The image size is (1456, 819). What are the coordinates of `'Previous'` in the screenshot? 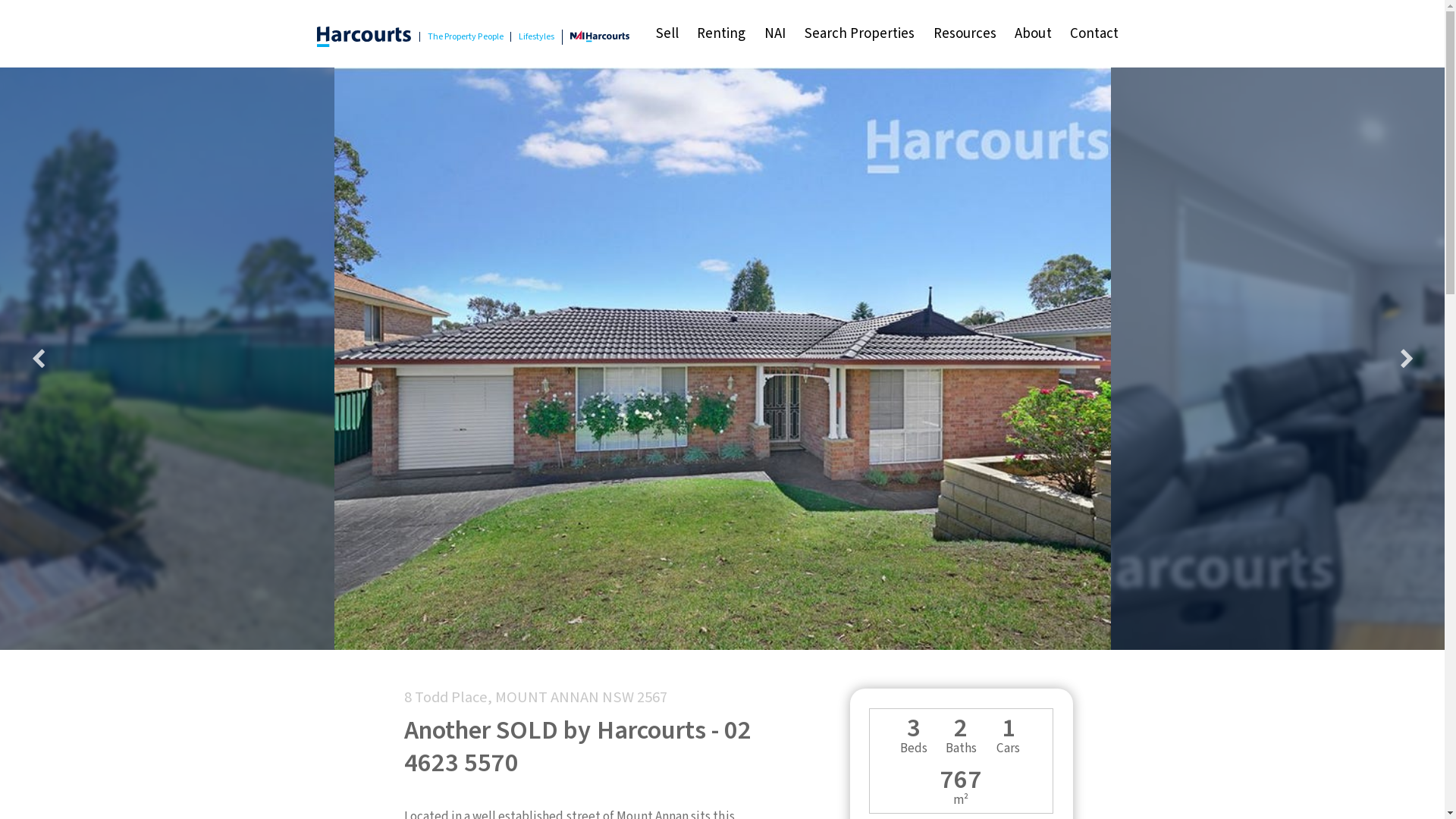 It's located at (18, 359).